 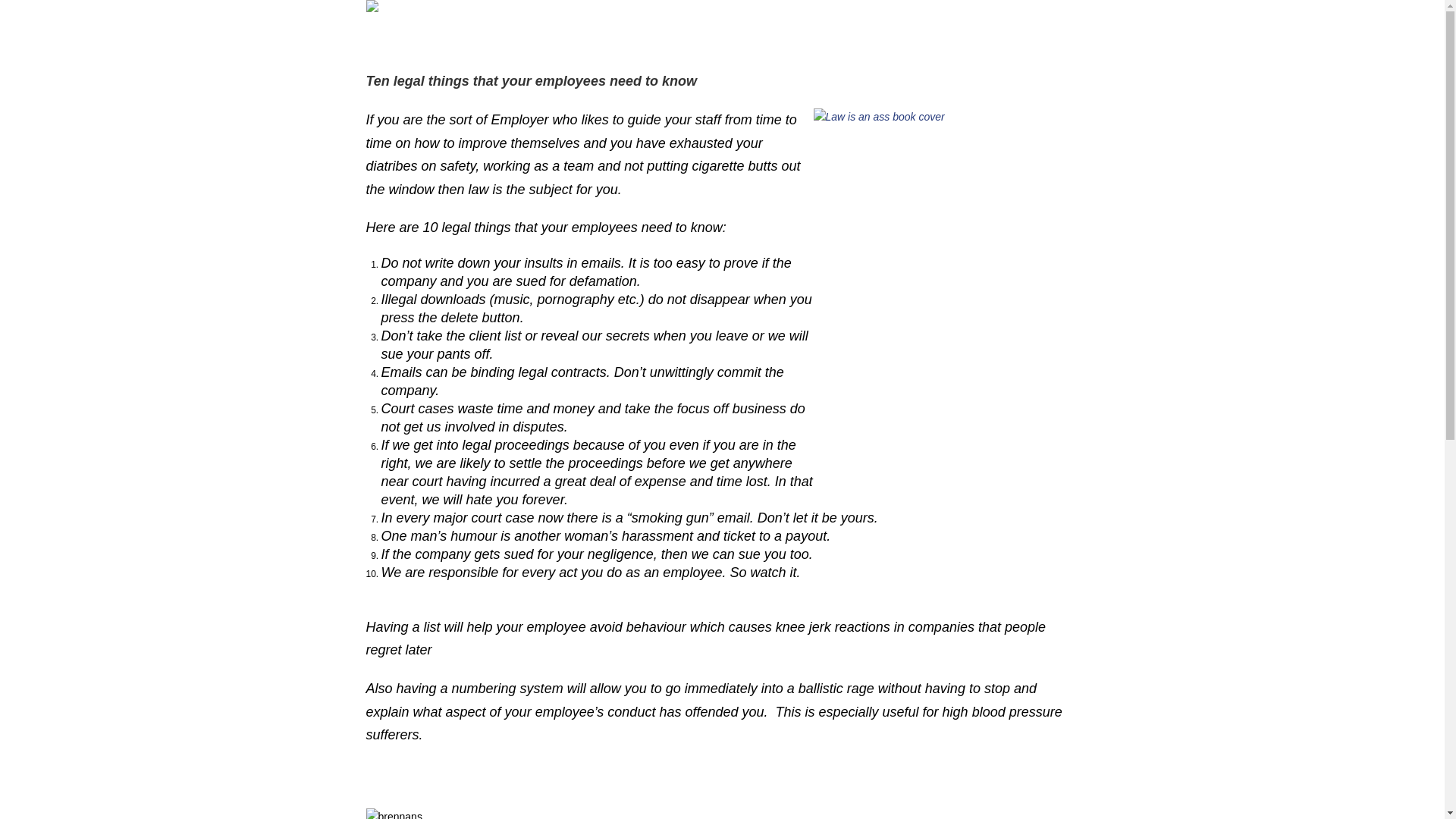 What do you see at coordinates (773, 32) in the screenshot?
I see `'About'` at bounding box center [773, 32].